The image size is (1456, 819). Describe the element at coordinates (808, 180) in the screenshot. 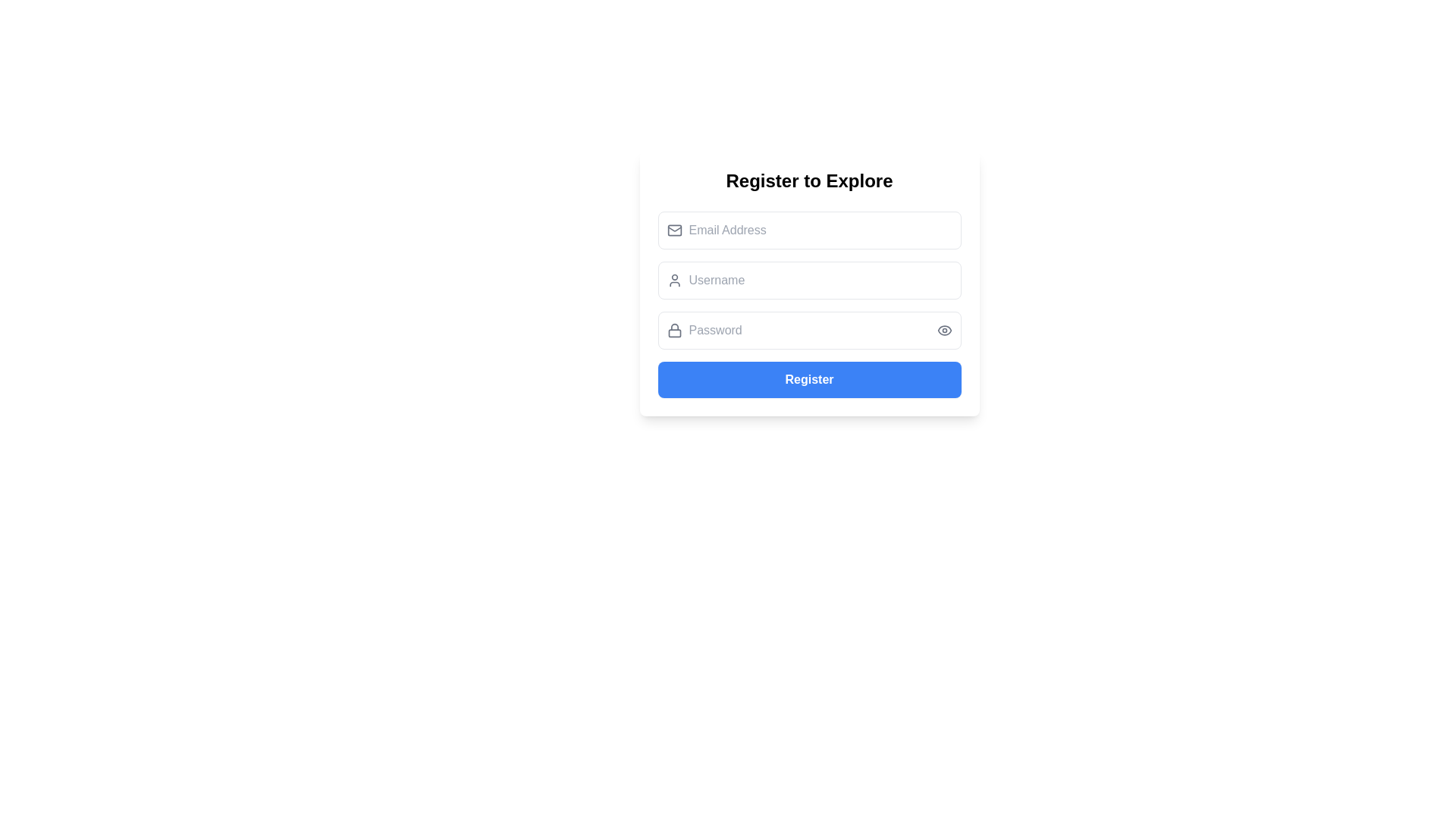

I see `the Heading text element at the top of the registration form, which provides context for the form below` at that location.